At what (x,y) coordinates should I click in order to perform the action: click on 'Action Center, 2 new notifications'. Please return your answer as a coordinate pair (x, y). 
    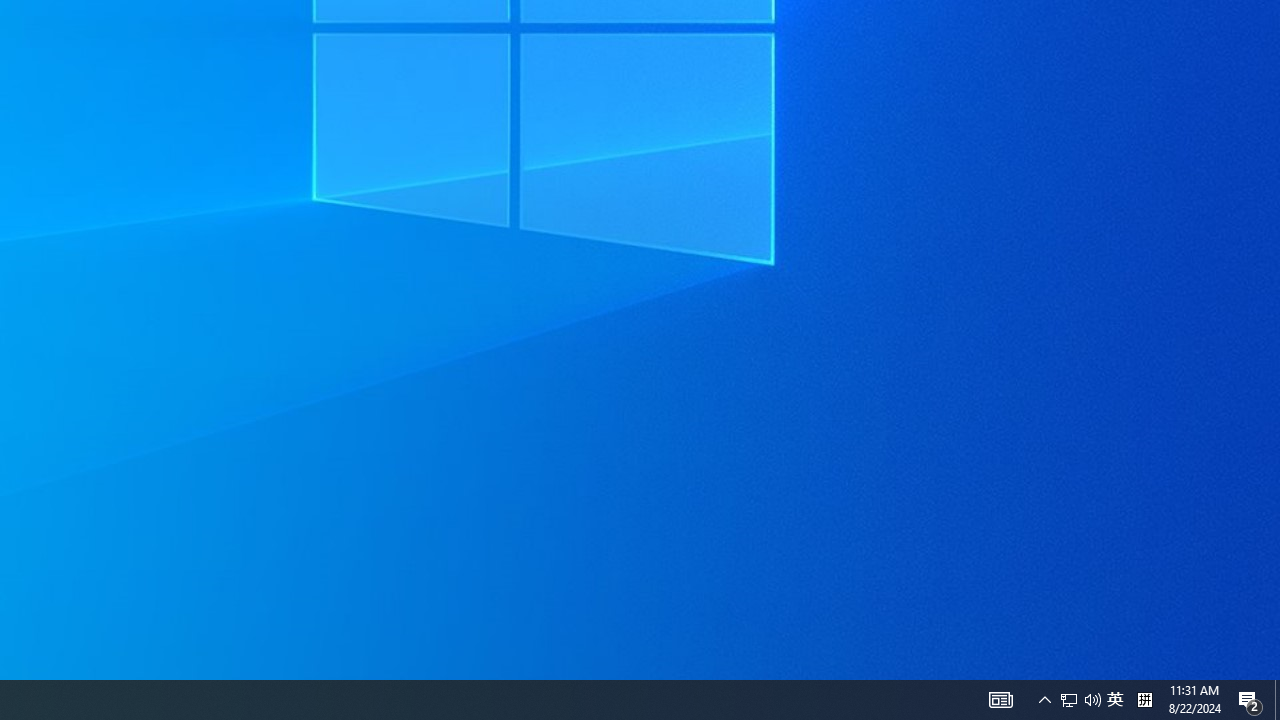
    Looking at the image, I should click on (1250, 698).